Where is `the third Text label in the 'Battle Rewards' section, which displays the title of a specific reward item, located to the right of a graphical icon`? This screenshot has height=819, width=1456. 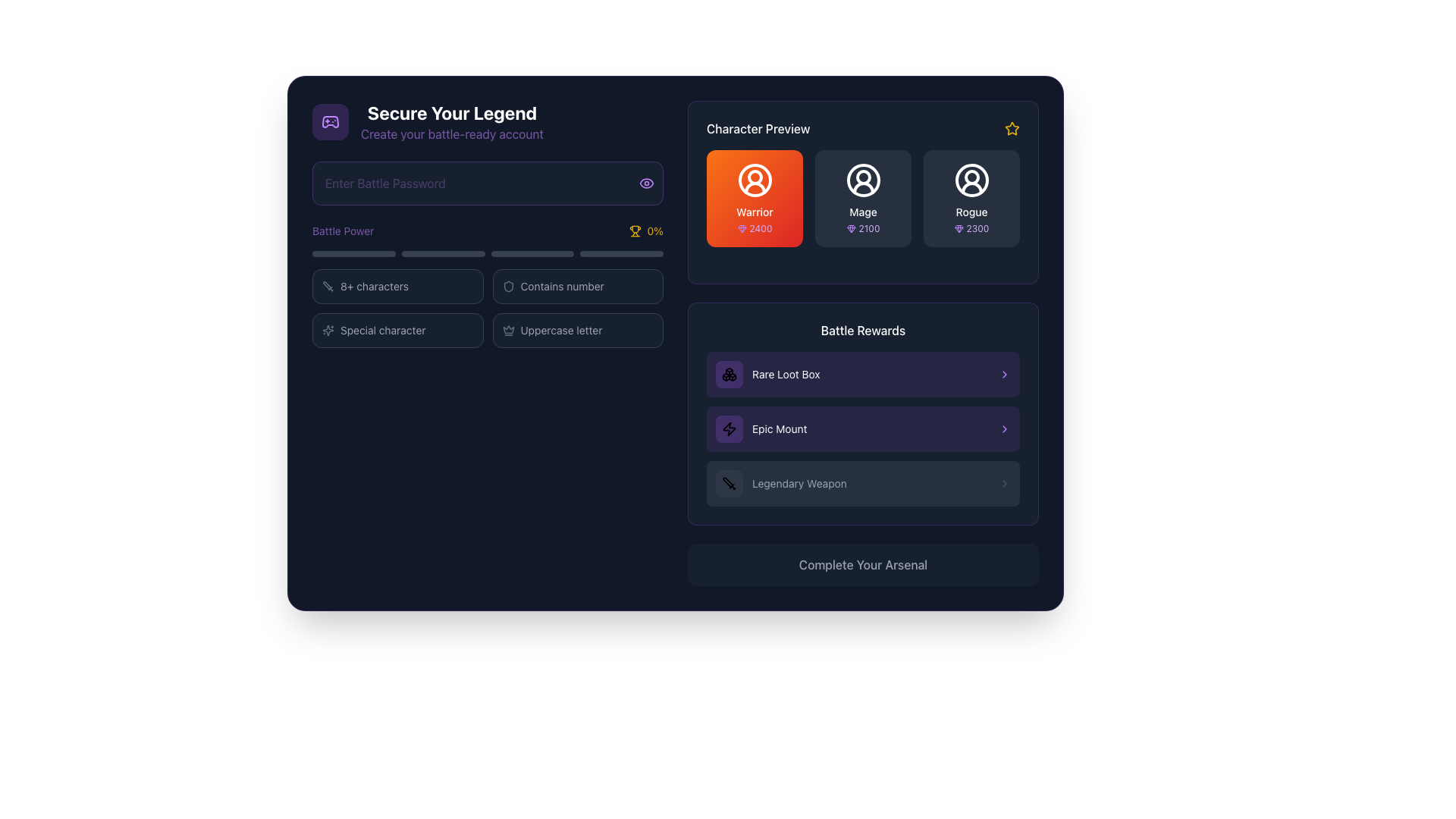 the third Text label in the 'Battle Rewards' section, which displays the title of a specific reward item, located to the right of a graphical icon is located at coordinates (799, 483).